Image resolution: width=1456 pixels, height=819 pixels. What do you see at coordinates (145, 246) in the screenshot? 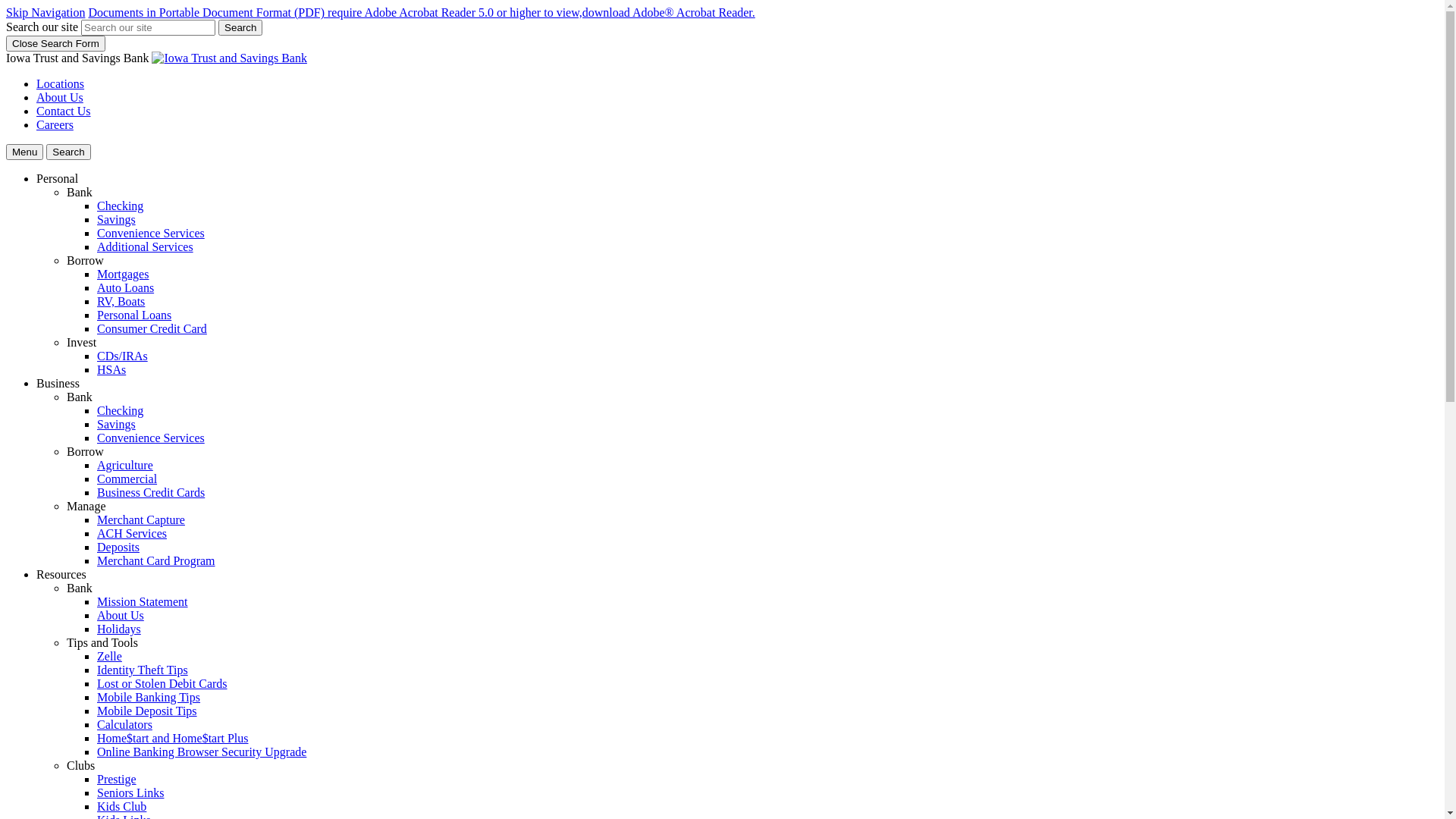
I see `'Additional Services'` at bounding box center [145, 246].